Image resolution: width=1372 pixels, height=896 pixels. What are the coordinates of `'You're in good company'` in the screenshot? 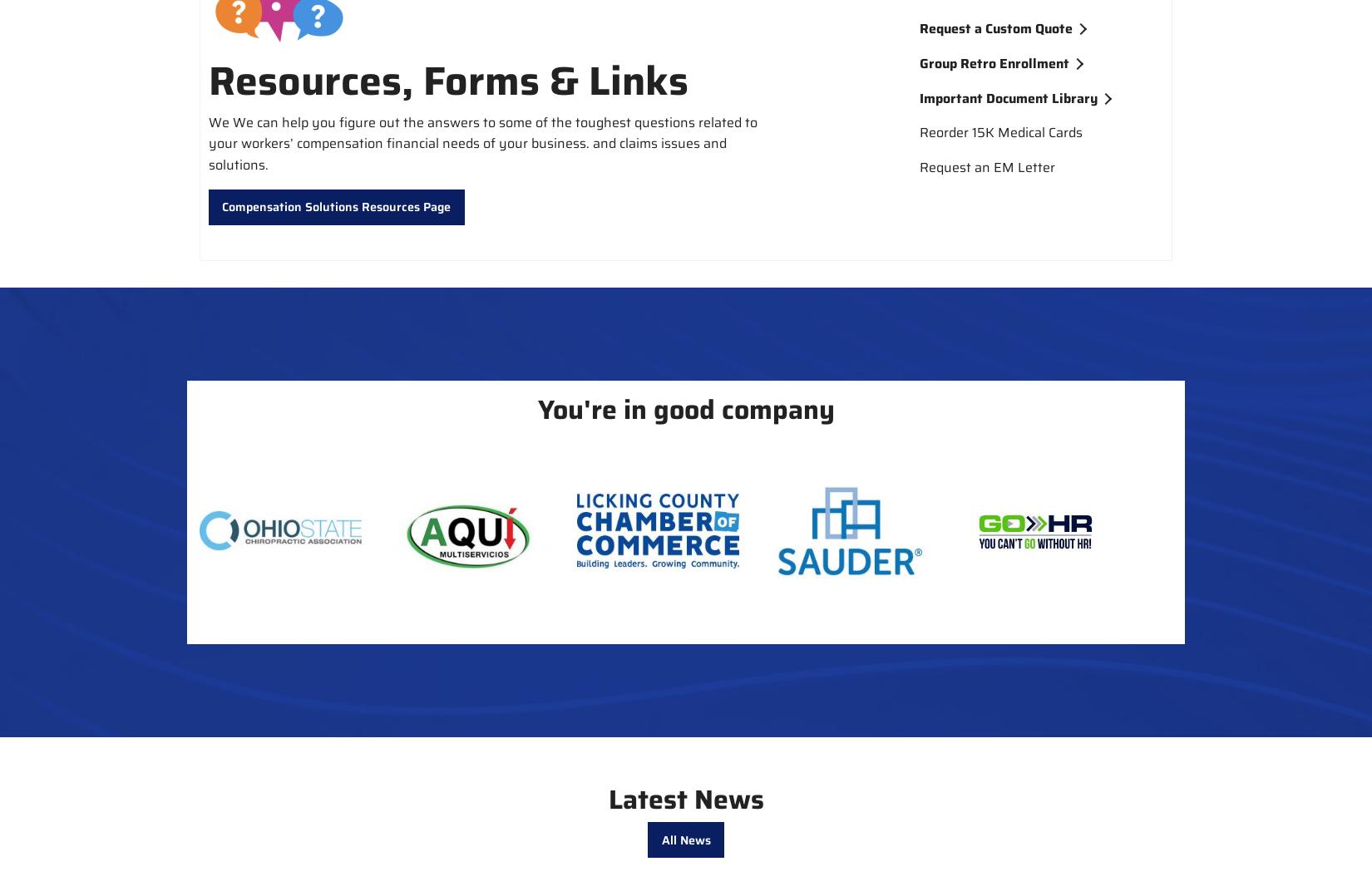 It's located at (684, 407).